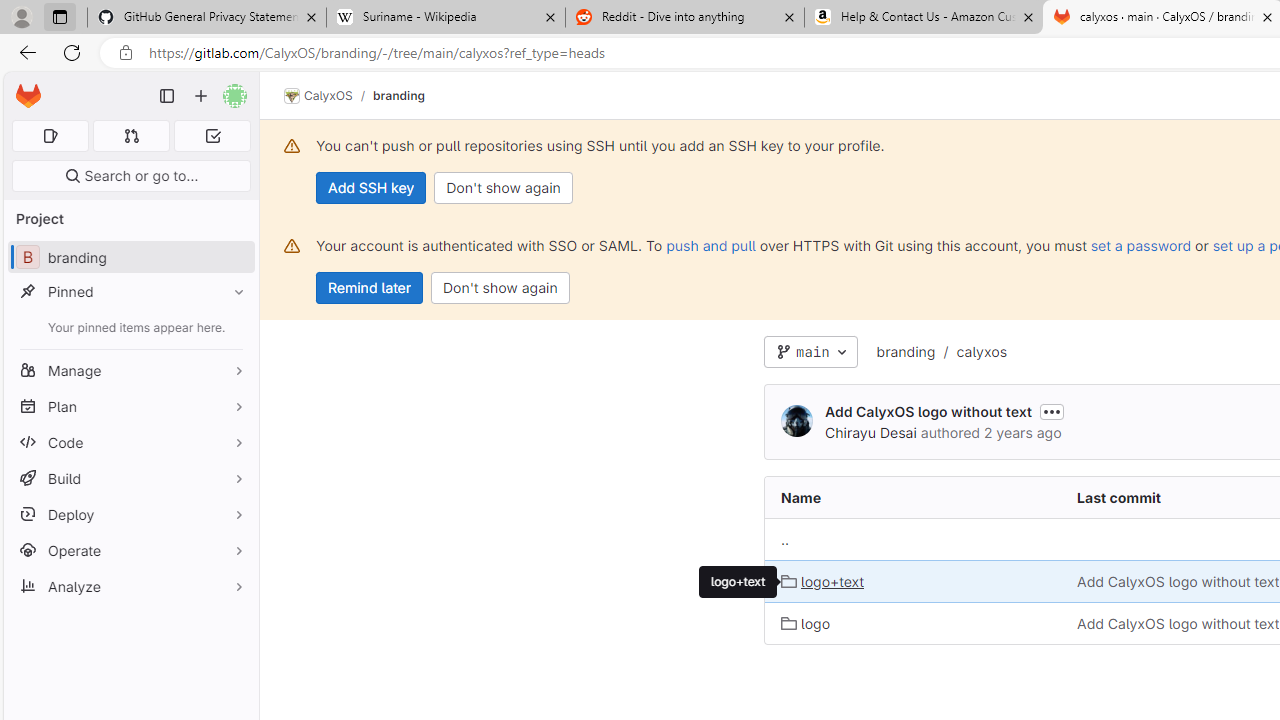  What do you see at coordinates (317, 96) in the screenshot?
I see `'CalyxOS'` at bounding box center [317, 96].